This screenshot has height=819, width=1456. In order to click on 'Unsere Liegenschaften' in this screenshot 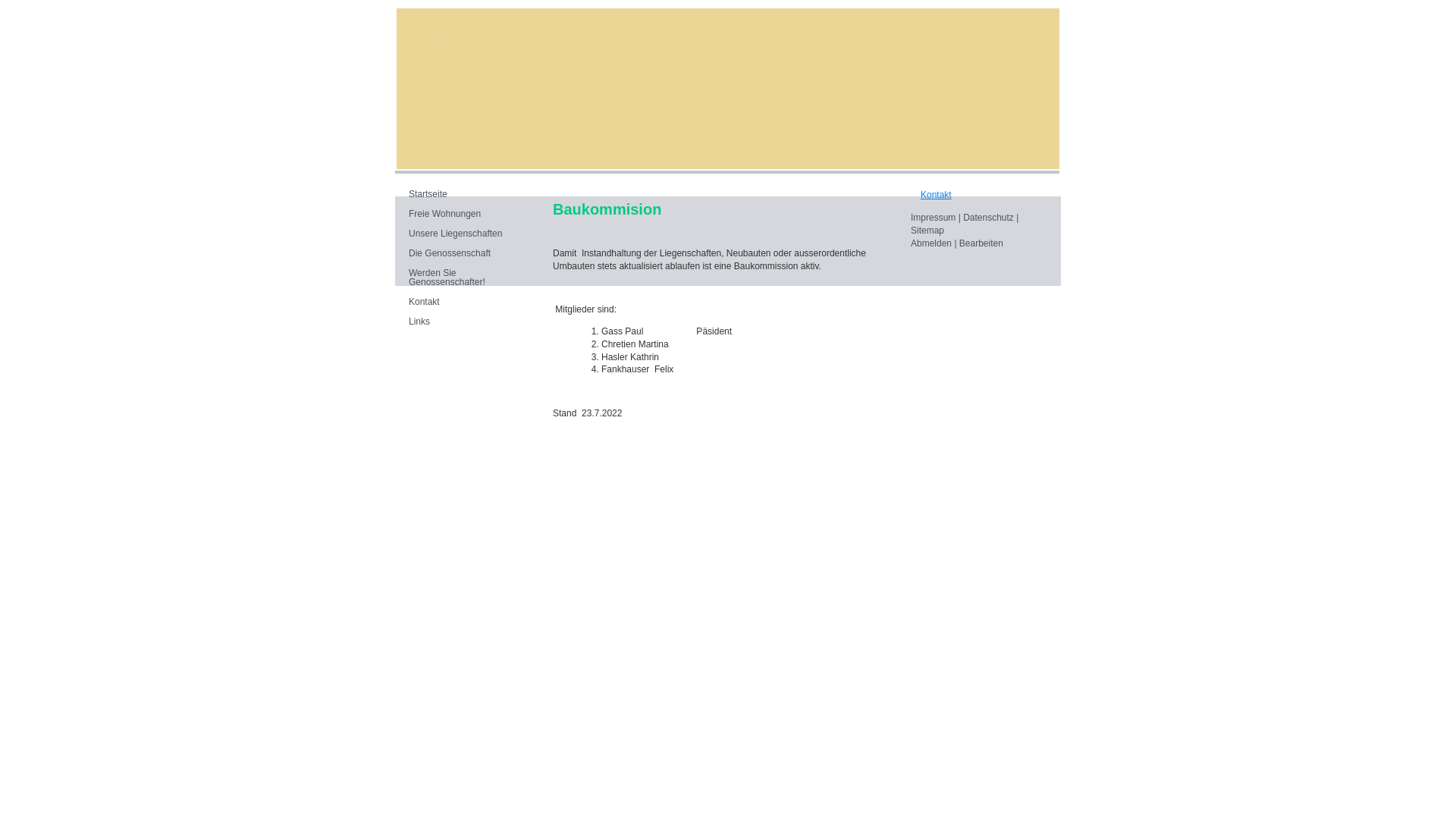, I will do `click(466, 234)`.